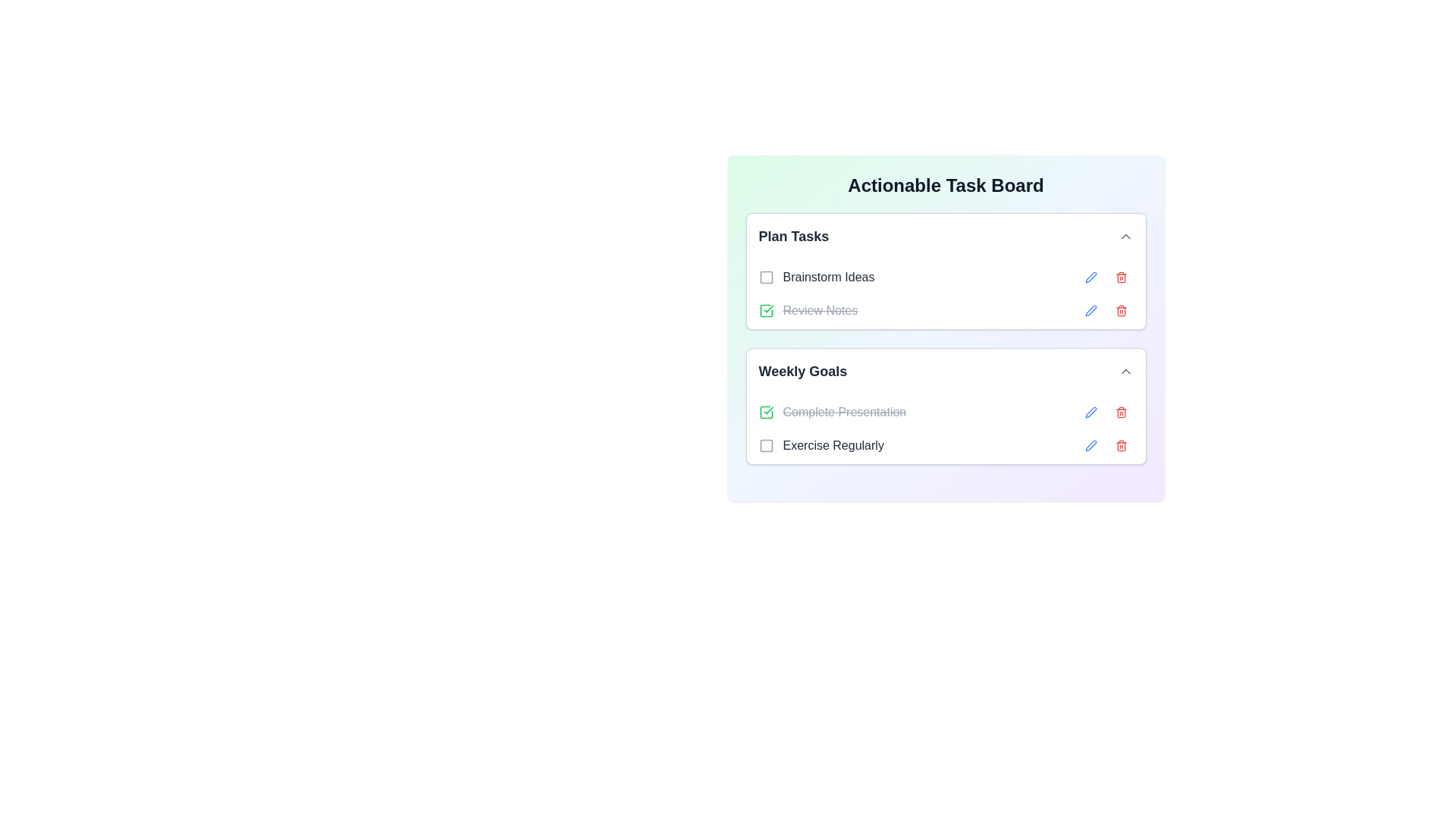 This screenshot has width=1456, height=819. Describe the element at coordinates (766, 444) in the screenshot. I see `the checkbox at the beginning of the 'Exercise Regularly' item in the 'Weekly Goals' section` at that location.